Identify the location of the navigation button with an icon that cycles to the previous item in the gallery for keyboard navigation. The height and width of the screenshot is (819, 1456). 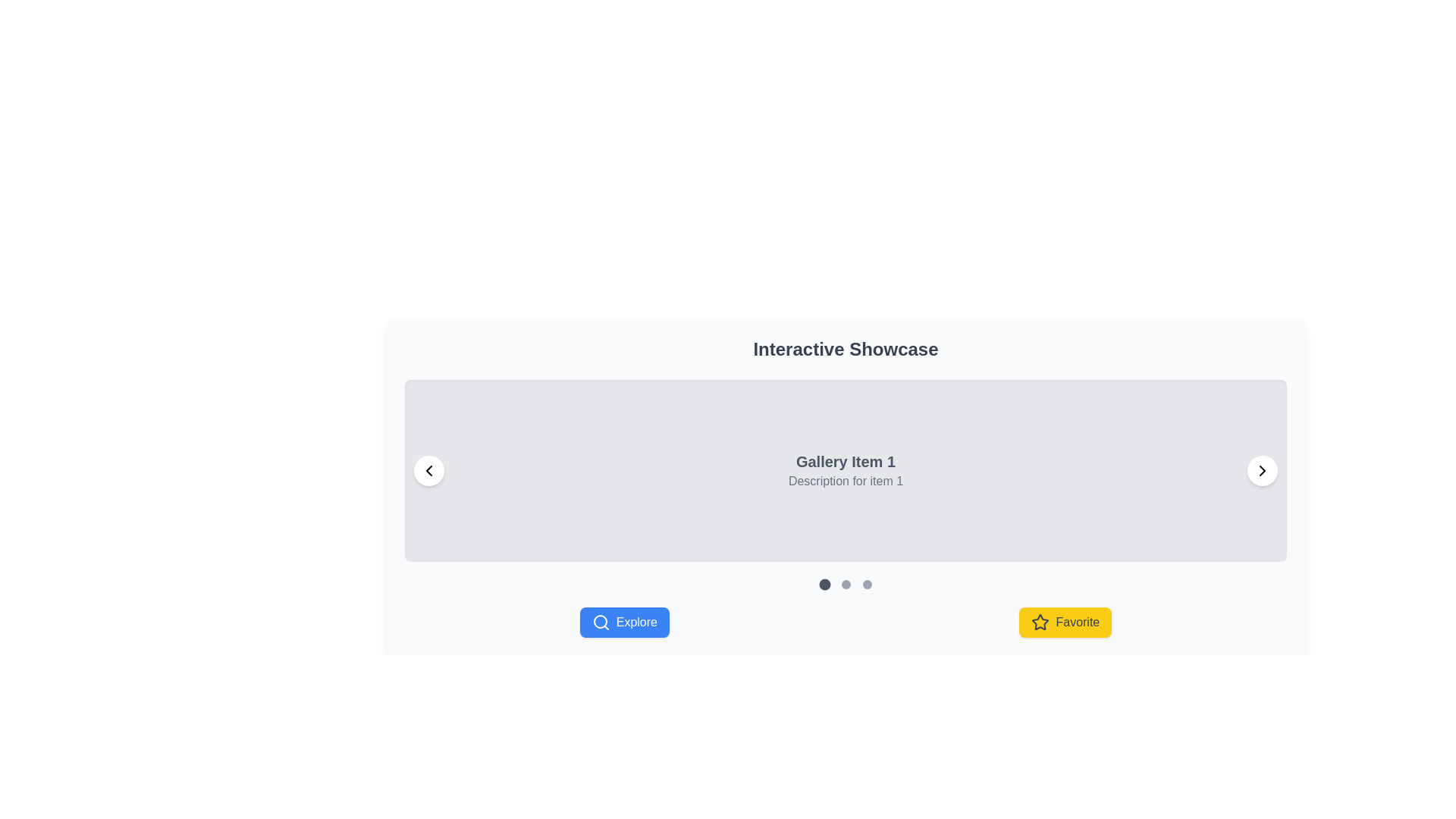
(428, 470).